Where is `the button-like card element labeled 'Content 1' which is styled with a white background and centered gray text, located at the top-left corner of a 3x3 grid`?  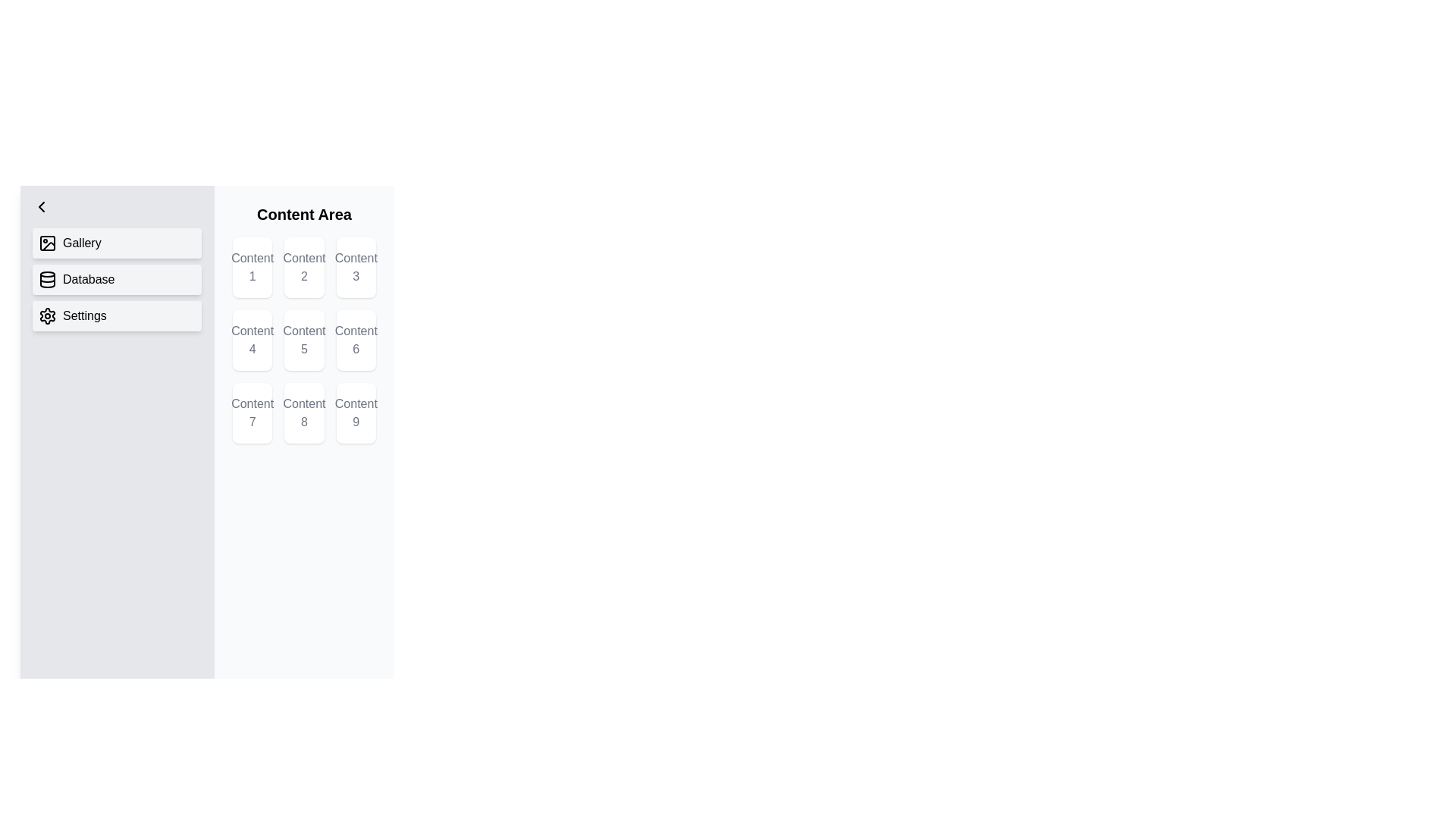 the button-like card element labeled 'Content 1' which is styled with a white background and centered gray text, located at the top-left corner of a 3x3 grid is located at coordinates (253, 267).